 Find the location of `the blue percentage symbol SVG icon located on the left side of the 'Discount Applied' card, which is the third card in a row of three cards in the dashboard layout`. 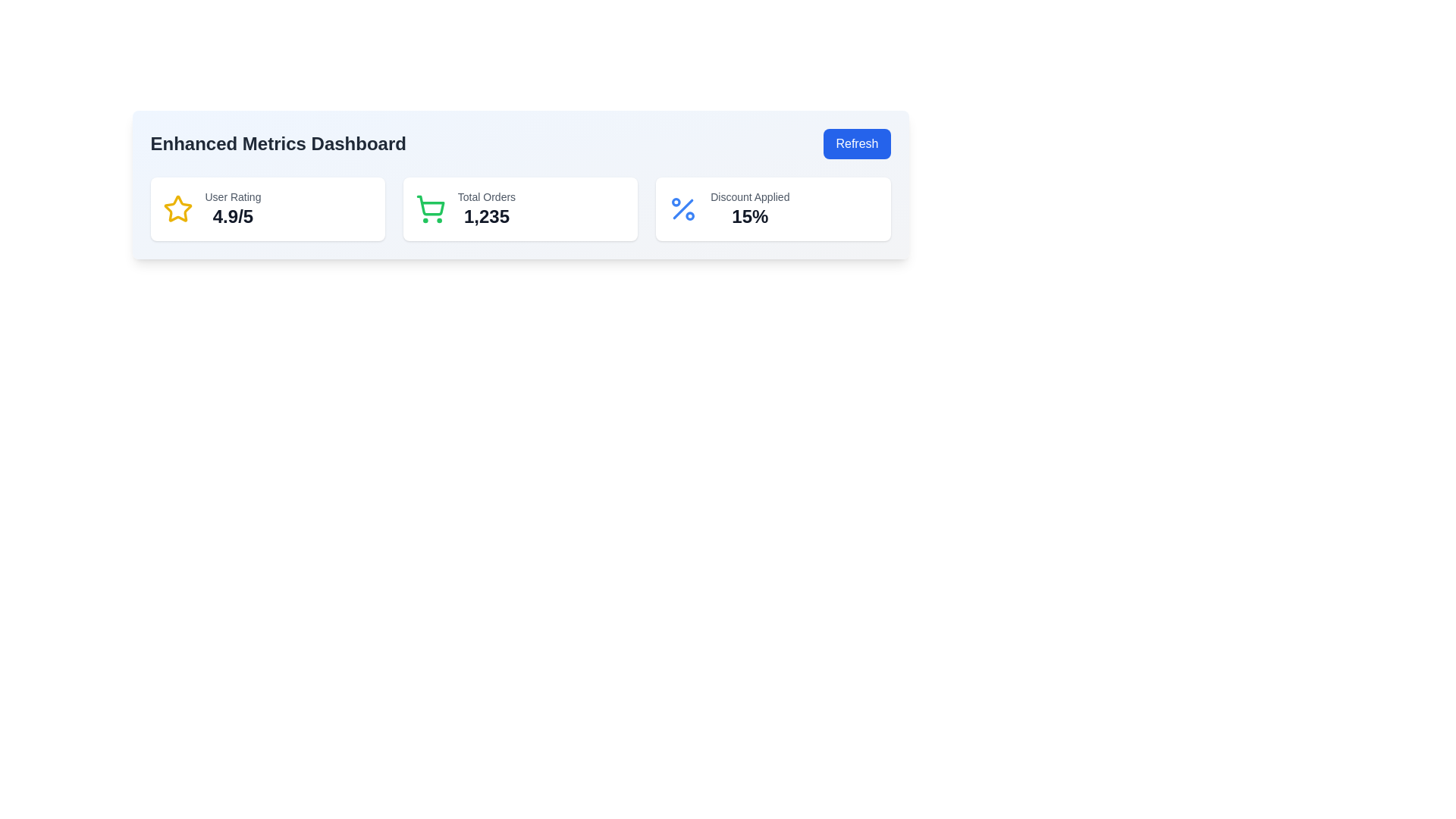

the blue percentage symbol SVG icon located on the left side of the 'Discount Applied' card, which is the third card in a row of three cards in the dashboard layout is located at coordinates (682, 209).